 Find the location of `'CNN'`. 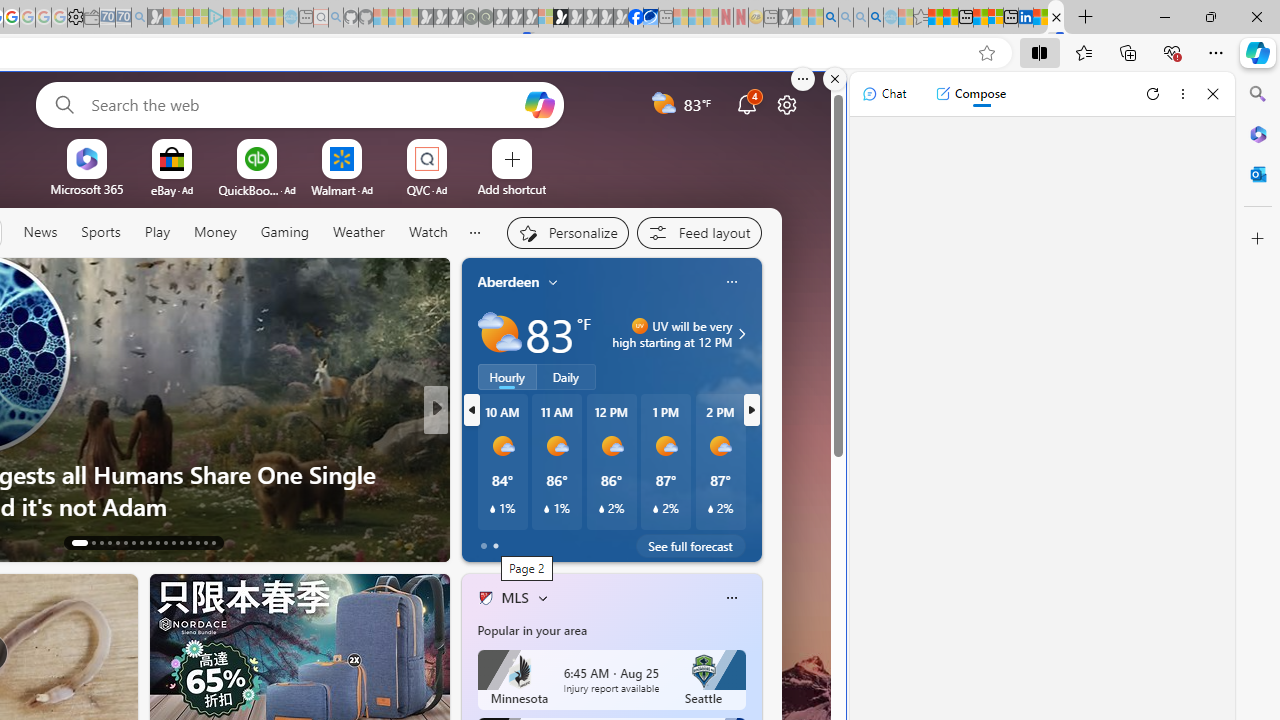

'CNN' is located at coordinates (476, 441).